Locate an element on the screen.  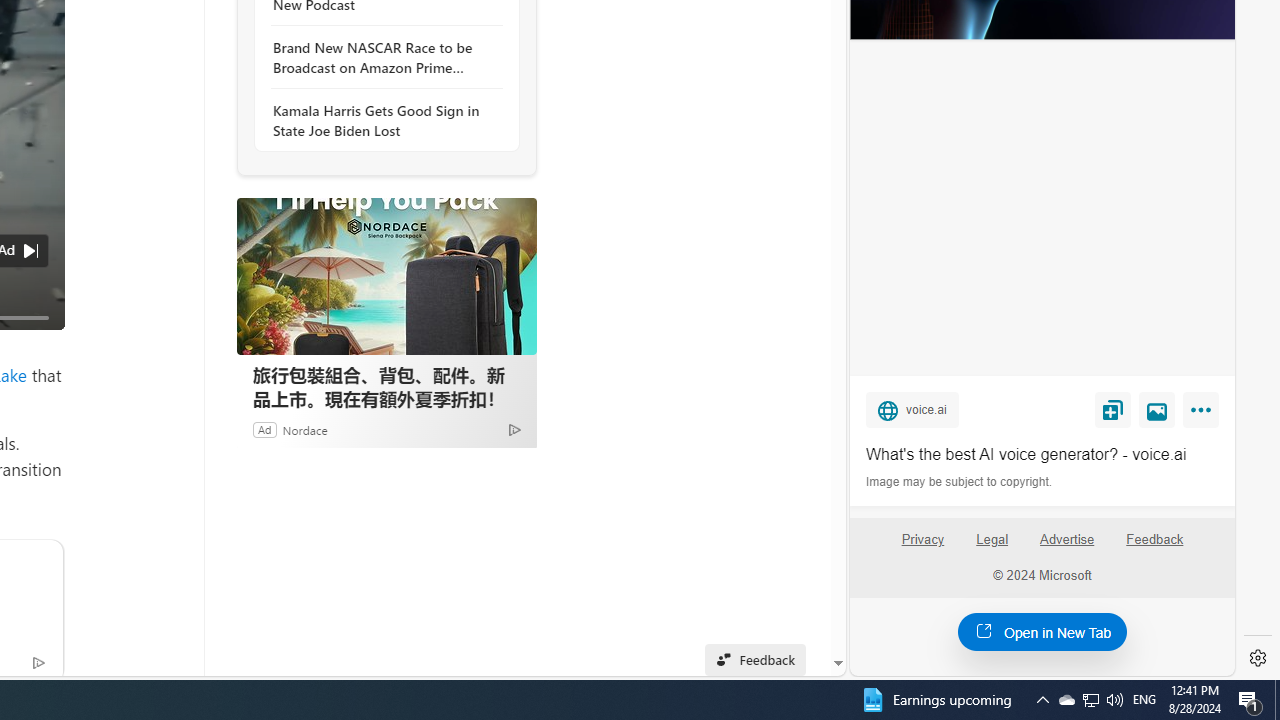
'What' is located at coordinates (1041, 455).